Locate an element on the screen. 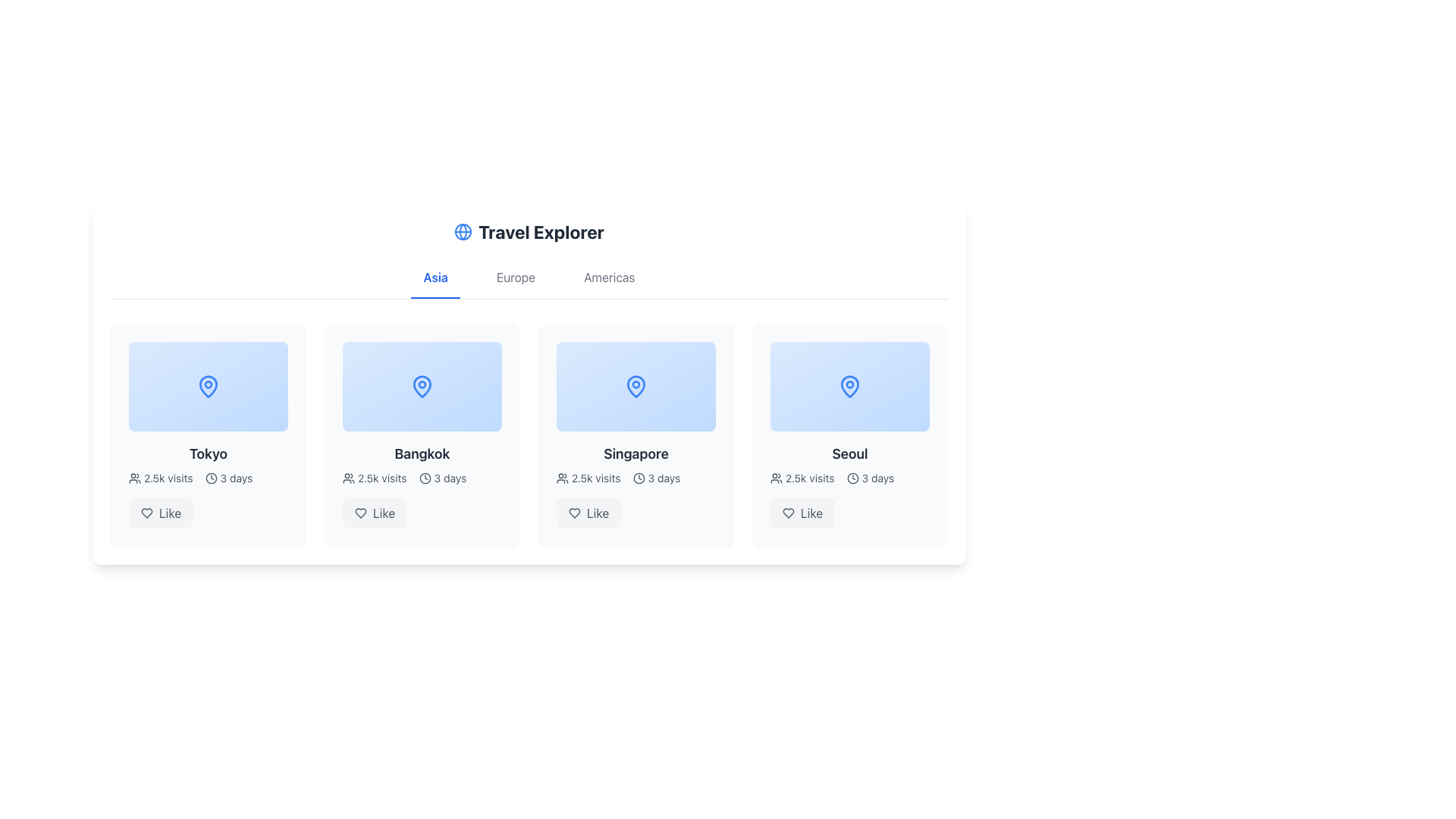 The height and width of the screenshot is (819, 1456). the decorative icon located to the left of the '2.5k visits' text in the lower section of the card for 'Seoul' is located at coordinates (776, 479).